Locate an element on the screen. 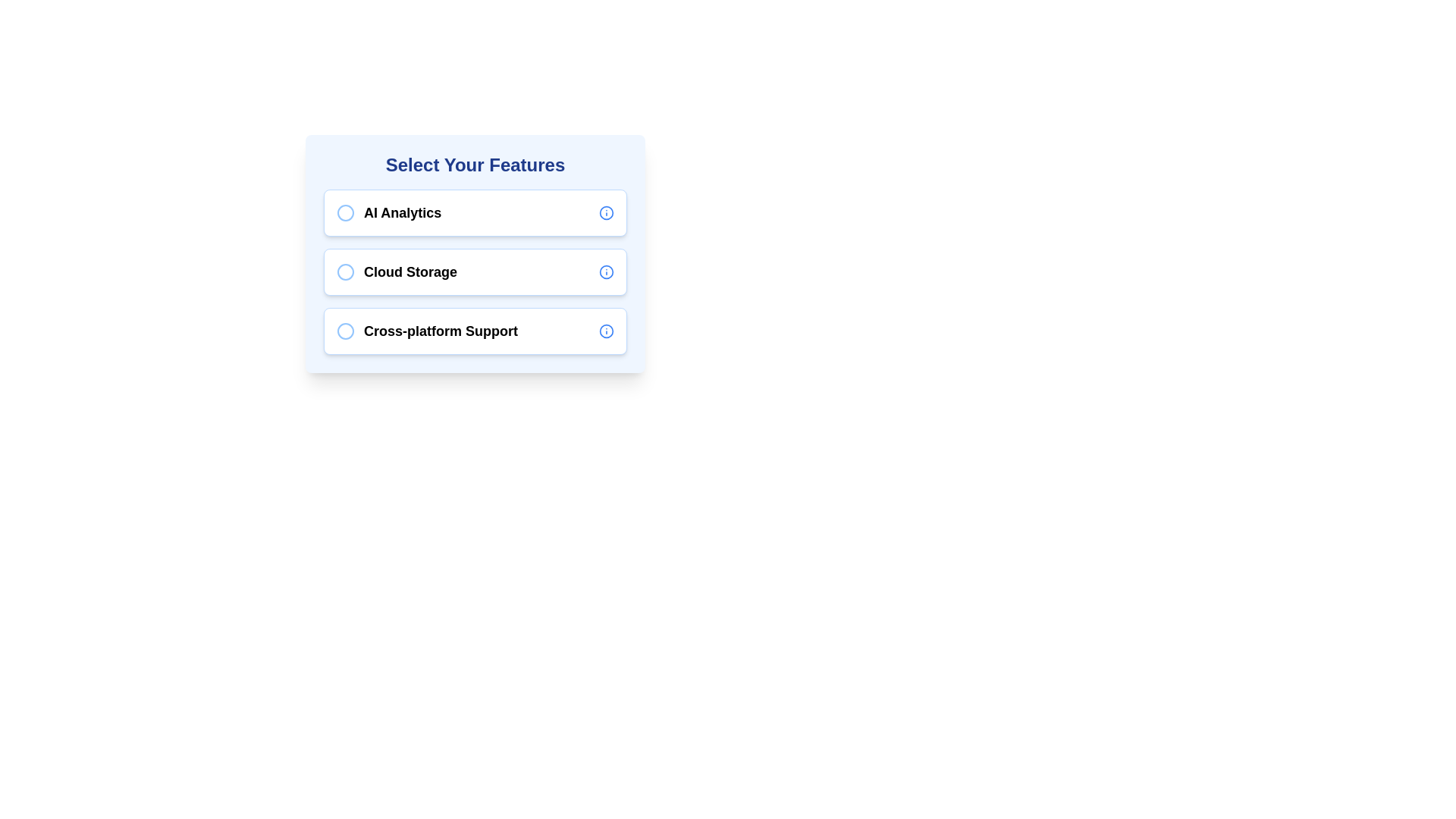 Image resolution: width=1456 pixels, height=819 pixels. the 'Cloud Storage' text label, which is styled in bold black font and positioned between 'AI Analytics' and 'Cross-platform Support' in the selectable features list is located at coordinates (410, 271).